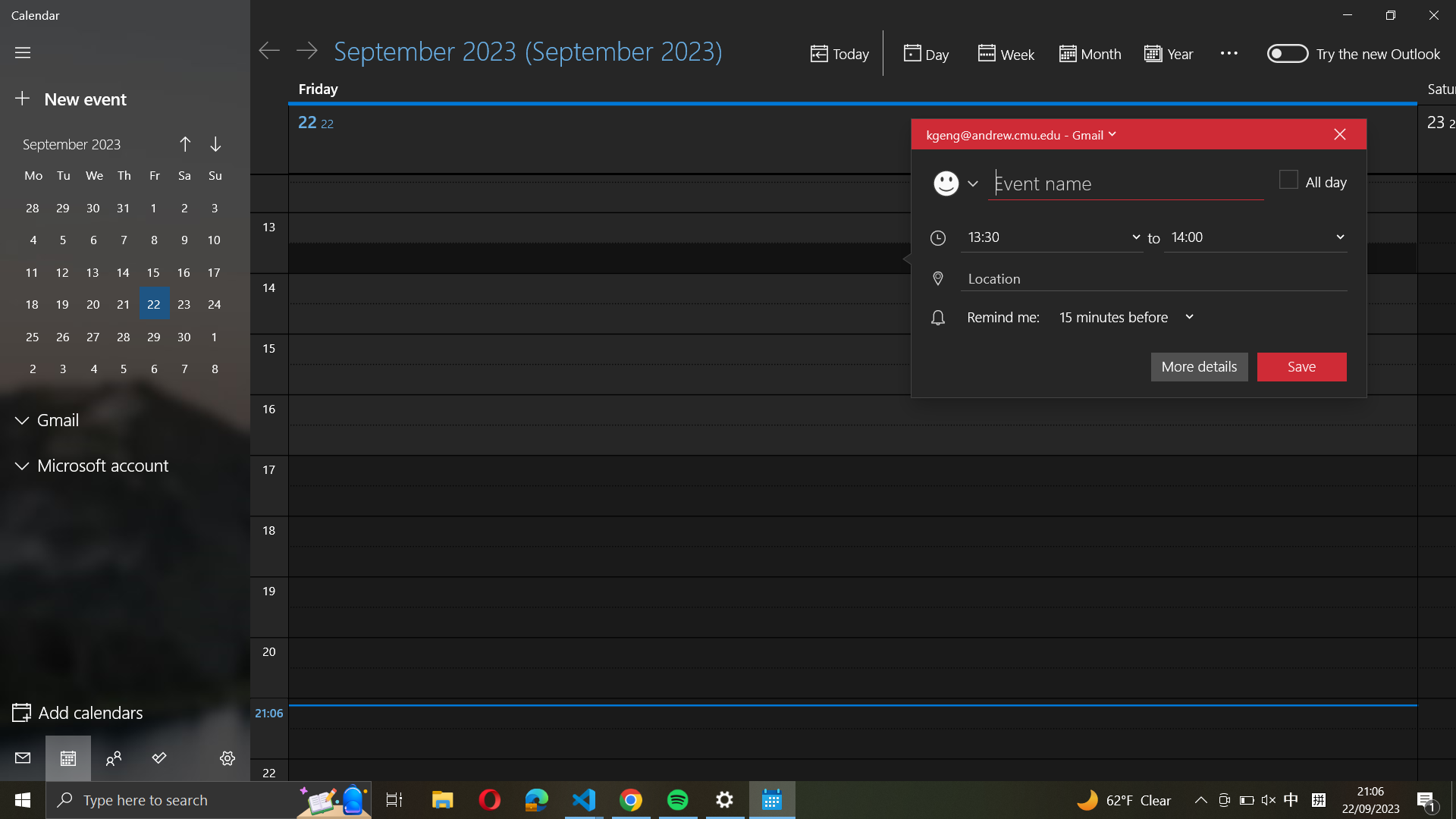 Image resolution: width=1456 pixels, height=819 pixels. I want to click on the weekly scheduling calendar, so click(1004, 53).